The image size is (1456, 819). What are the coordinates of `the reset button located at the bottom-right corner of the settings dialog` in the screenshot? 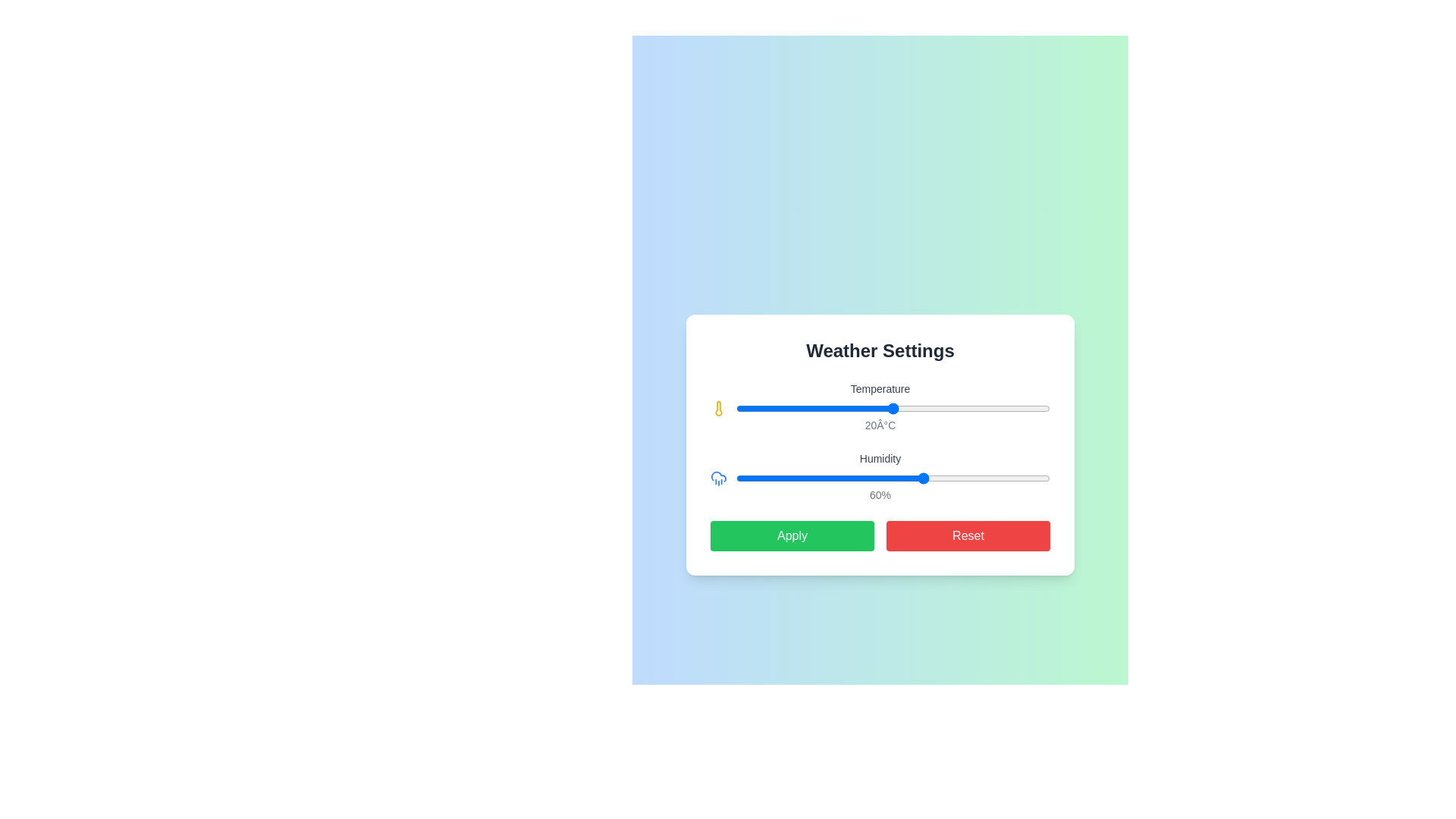 It's located at (967, 535).